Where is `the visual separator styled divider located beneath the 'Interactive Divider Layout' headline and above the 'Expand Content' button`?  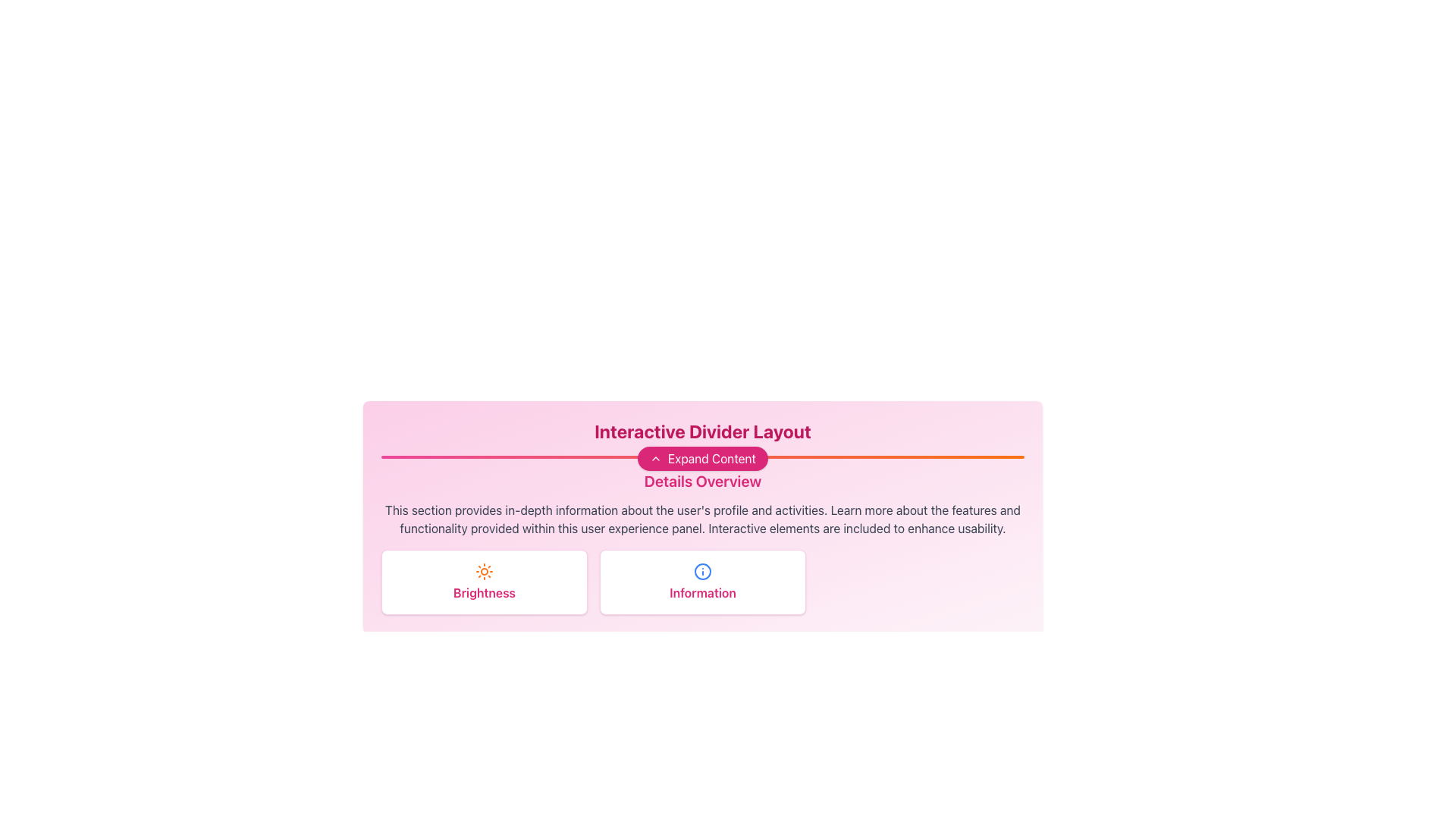
the visual separator styled divider located beneath the 'Interactive Divider Layout' headline and above the 'Expand Content' button is located at coordinates (701, 456).